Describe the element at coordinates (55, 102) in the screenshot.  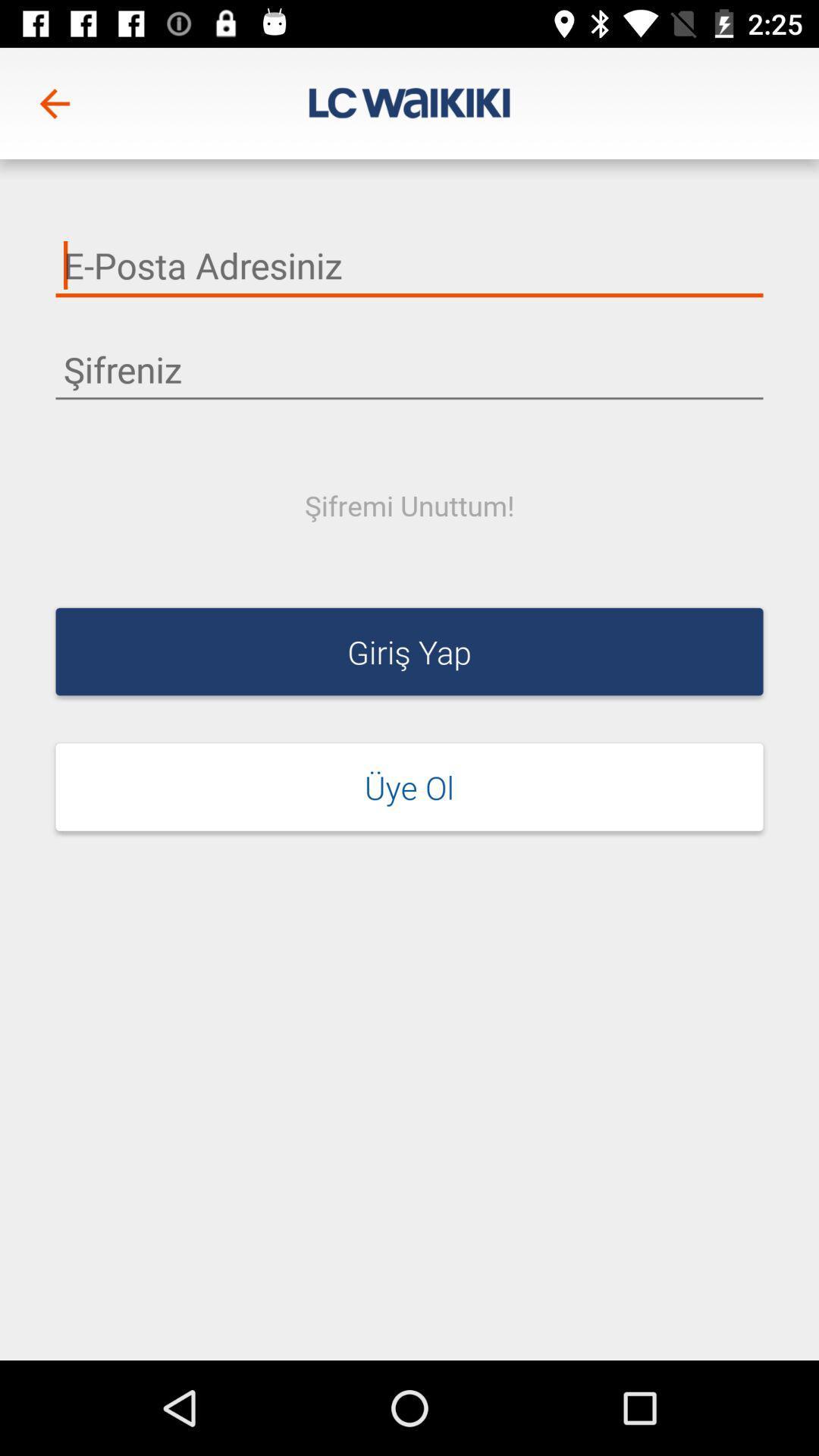
I see `icon at the top left corner` at that location.